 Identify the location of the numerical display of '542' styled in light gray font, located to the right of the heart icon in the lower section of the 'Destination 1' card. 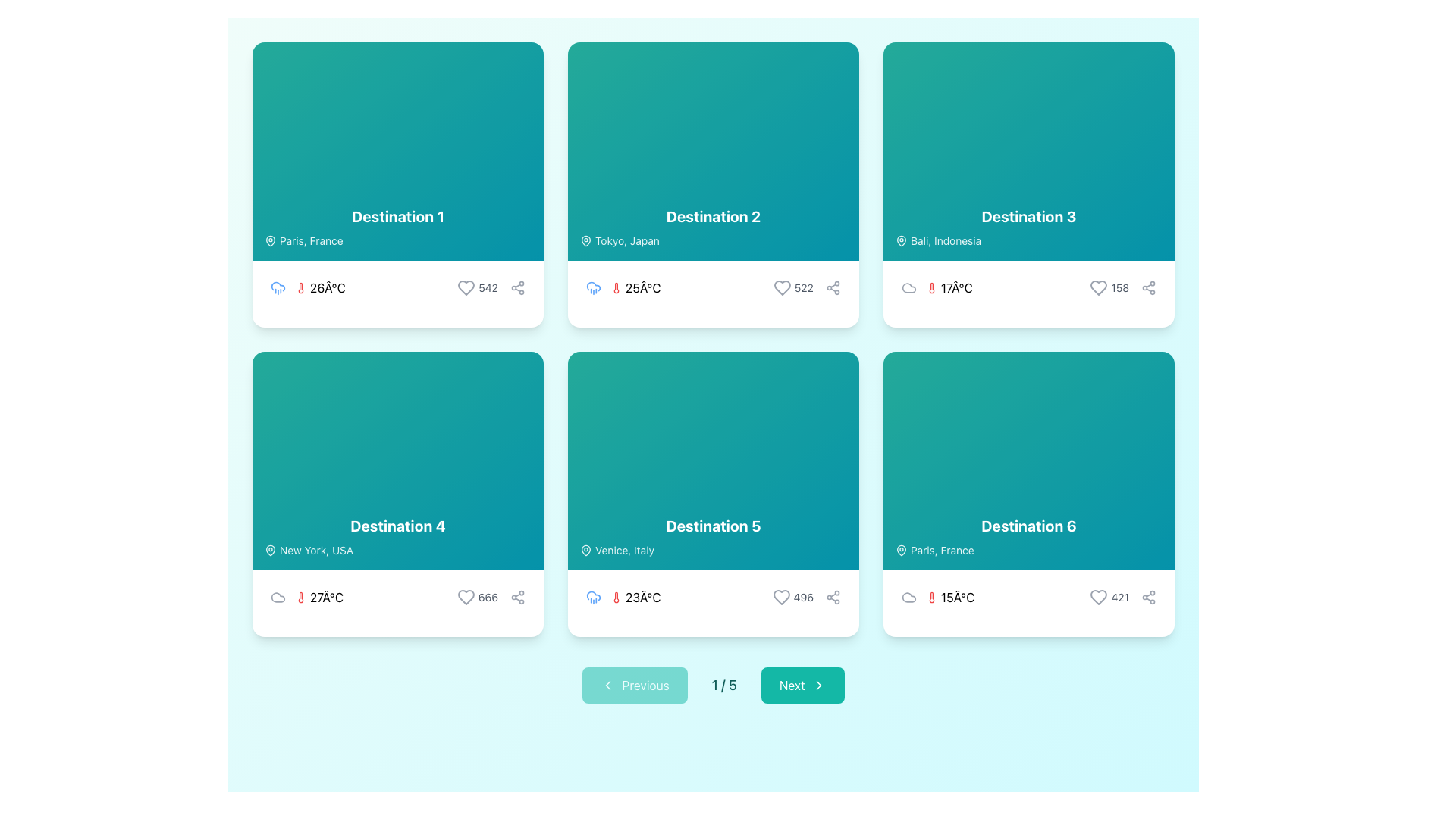
(491, 288).